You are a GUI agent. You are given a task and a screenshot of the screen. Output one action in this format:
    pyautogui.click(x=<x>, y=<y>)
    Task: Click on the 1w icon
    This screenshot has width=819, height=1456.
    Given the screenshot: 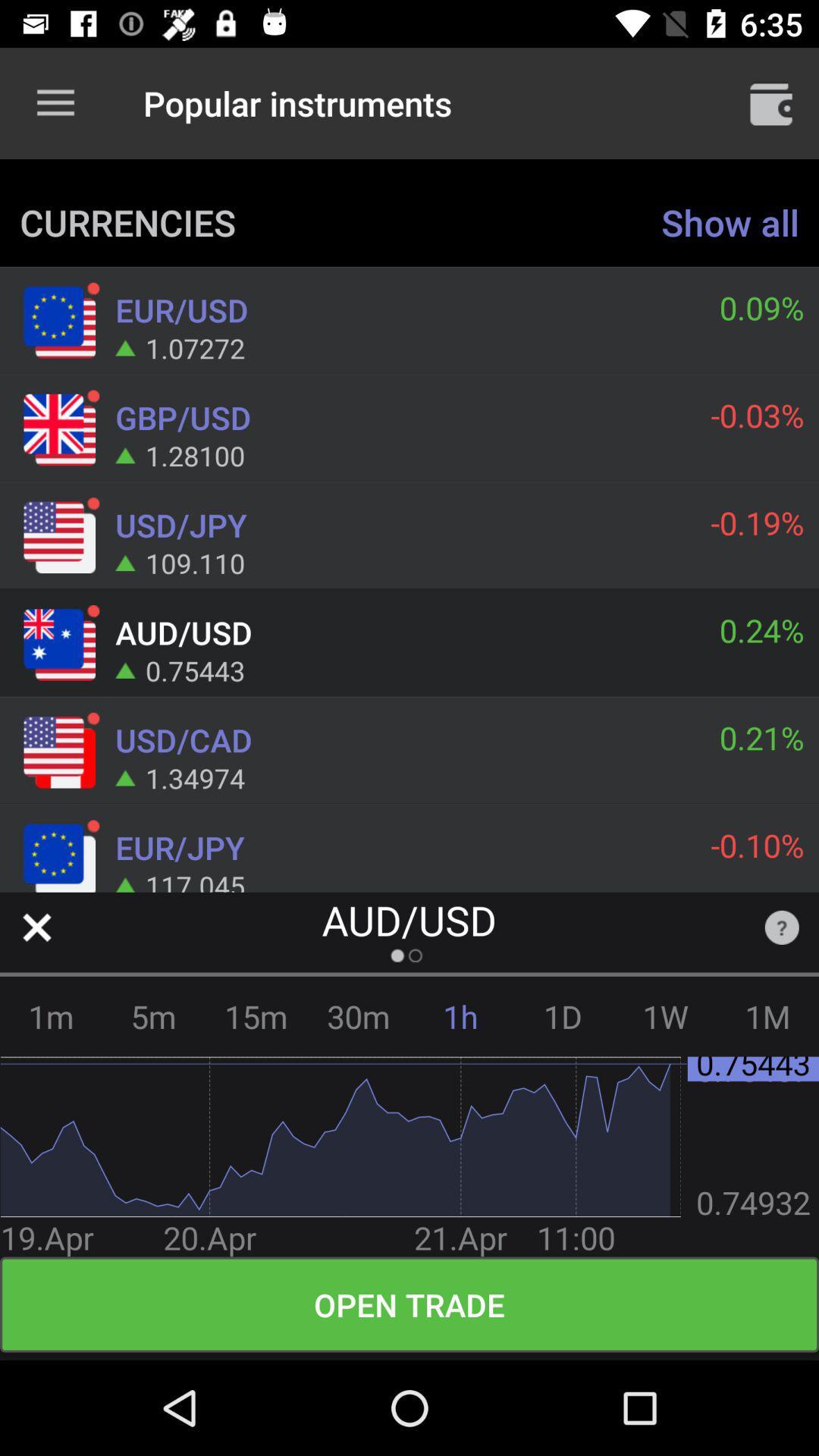 What is the action you would take?
    pyautogui.click(x=664, y=1016)
    